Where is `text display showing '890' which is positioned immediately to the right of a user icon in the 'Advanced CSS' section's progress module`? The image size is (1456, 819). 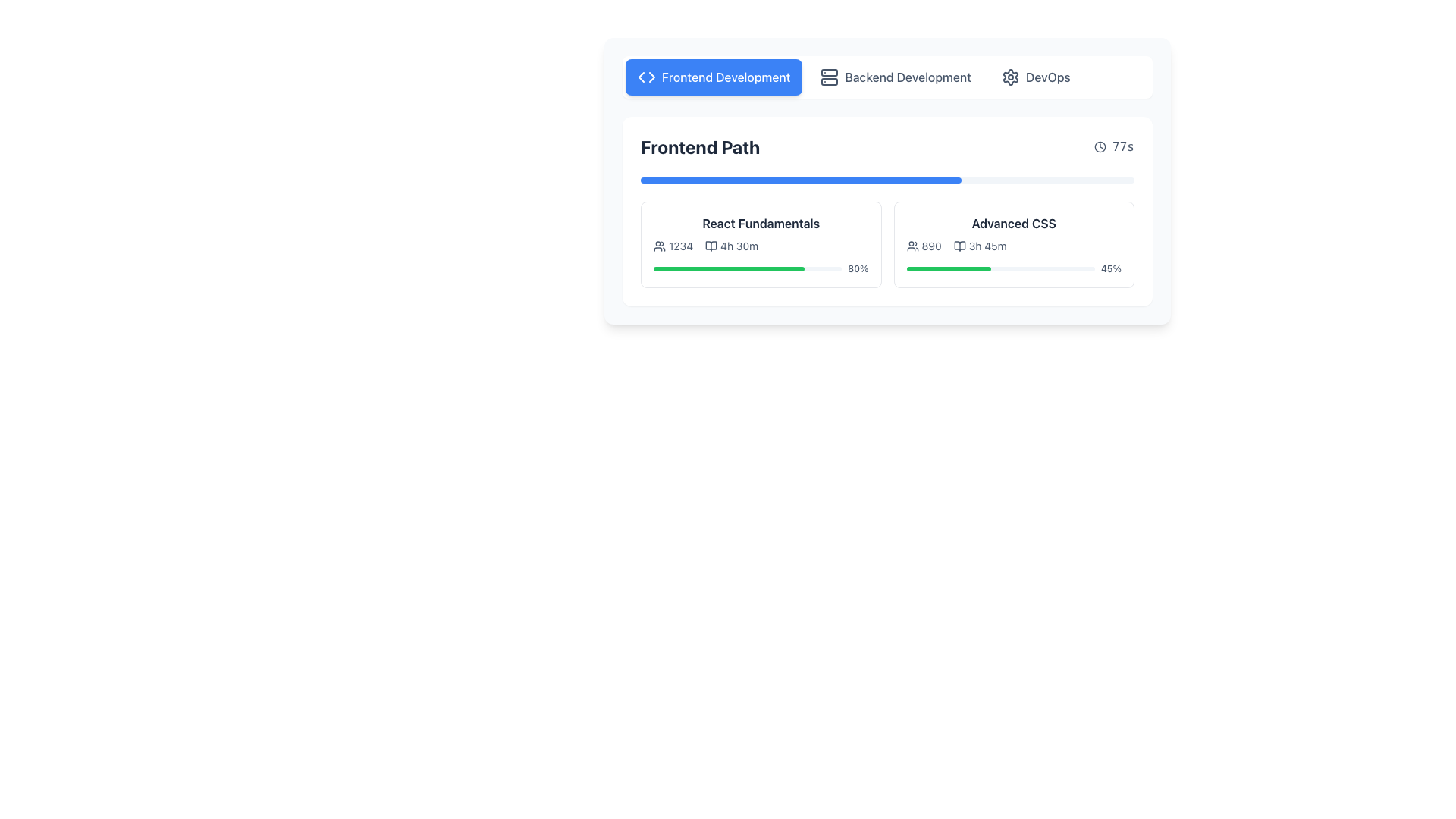
text display showing '890' which is positioned immediately to the right of a user icon in the 'Advanced CSS' section's progress module is located at coordinates (923, 245).